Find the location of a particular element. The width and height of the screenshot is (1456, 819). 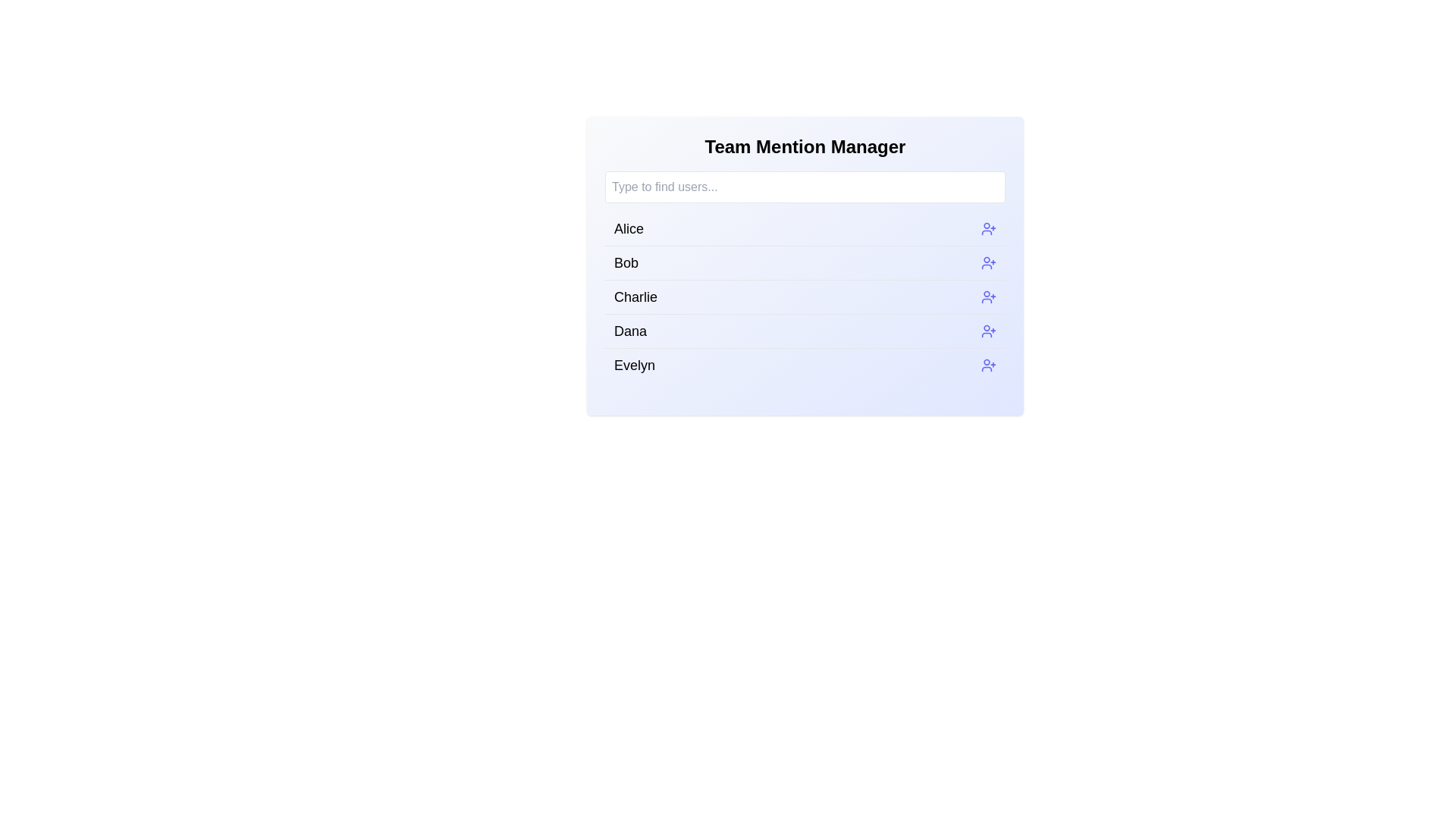

the list item representing the user 'Charlie' to send a request is located at coordinates (804, 297).